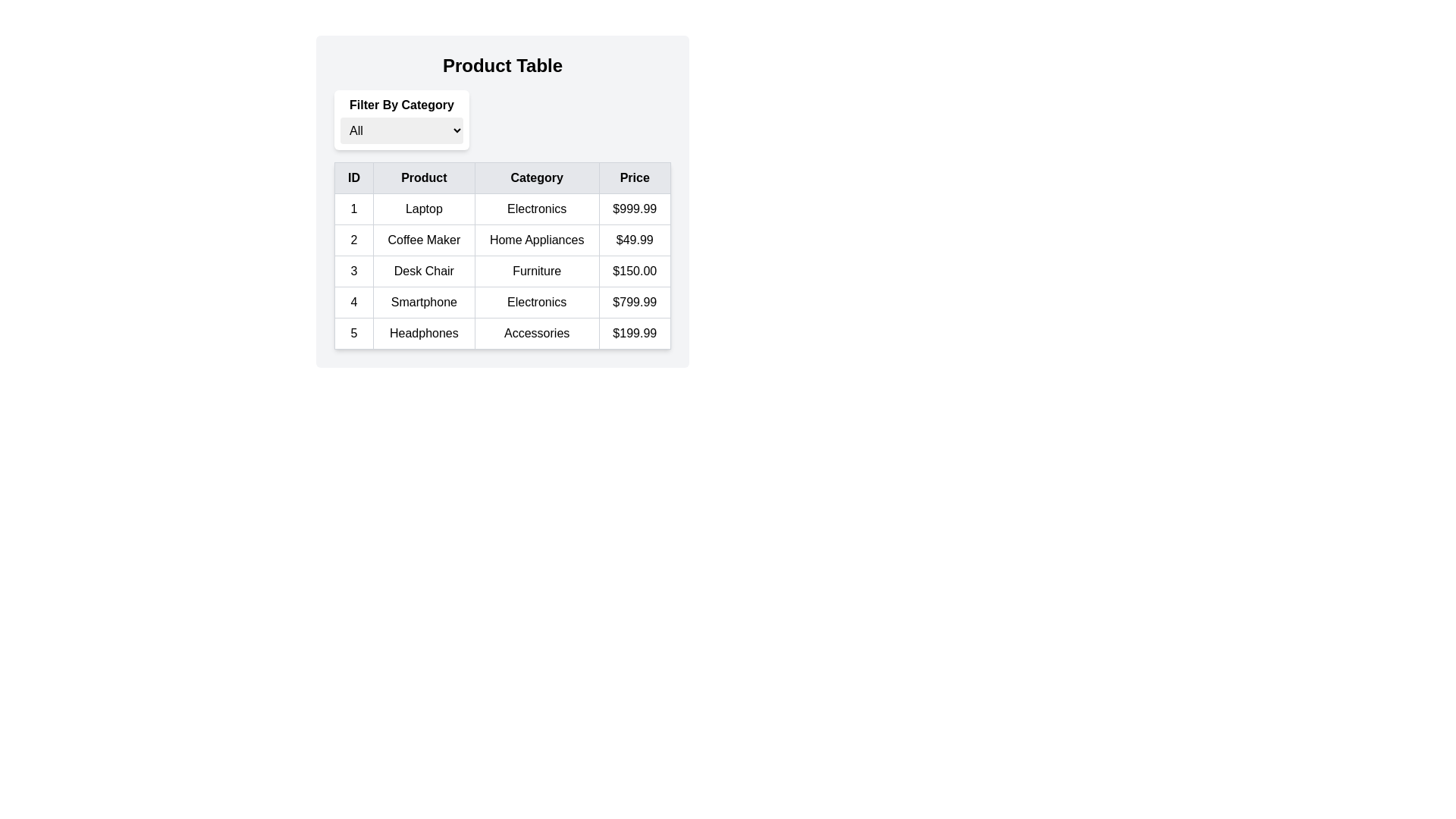  What do you see at coordinates (401, 119) in the screenshot?
I see `the dropdown menu located above the table in the 'Product Table' section` at bounding box center [401, 119].